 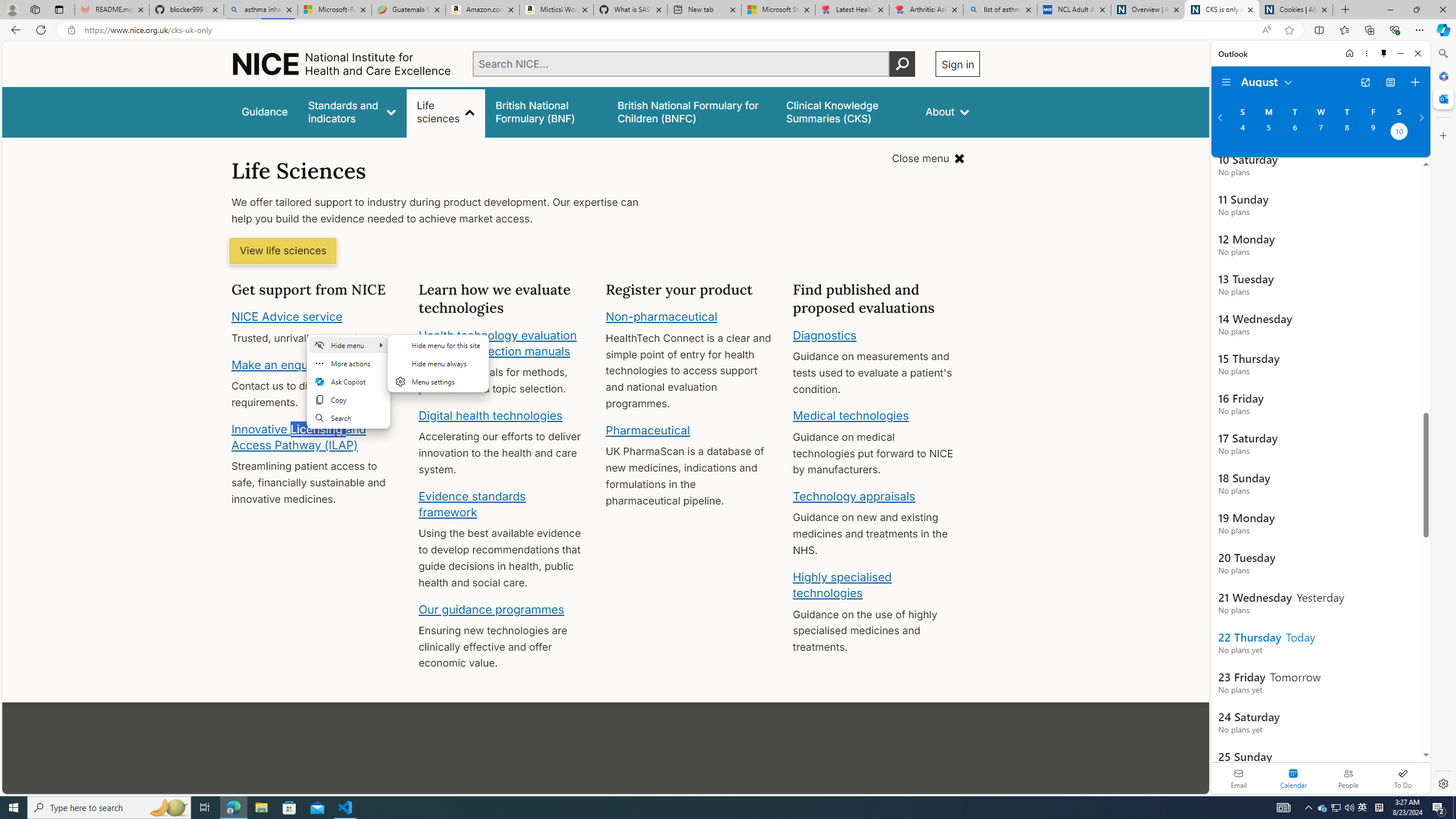 I want to click on 'Make an enquiry', so click(x=276, y=363).